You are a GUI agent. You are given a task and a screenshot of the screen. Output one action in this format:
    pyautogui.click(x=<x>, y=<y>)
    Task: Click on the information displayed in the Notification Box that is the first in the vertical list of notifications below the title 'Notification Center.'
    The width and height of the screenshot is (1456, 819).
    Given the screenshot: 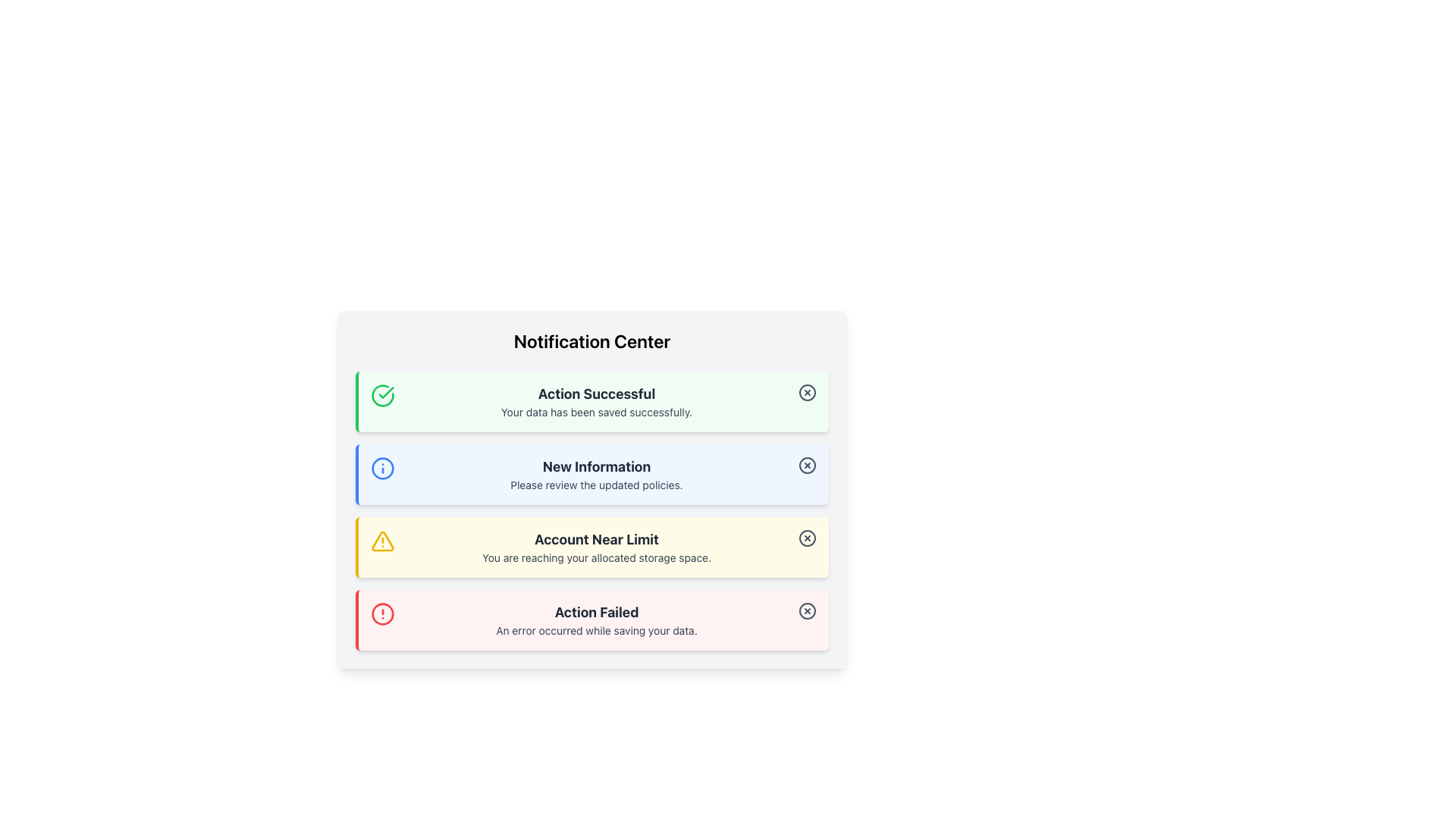 What is the action you would take?
    pyautogui.click(x=591, y=400)
    